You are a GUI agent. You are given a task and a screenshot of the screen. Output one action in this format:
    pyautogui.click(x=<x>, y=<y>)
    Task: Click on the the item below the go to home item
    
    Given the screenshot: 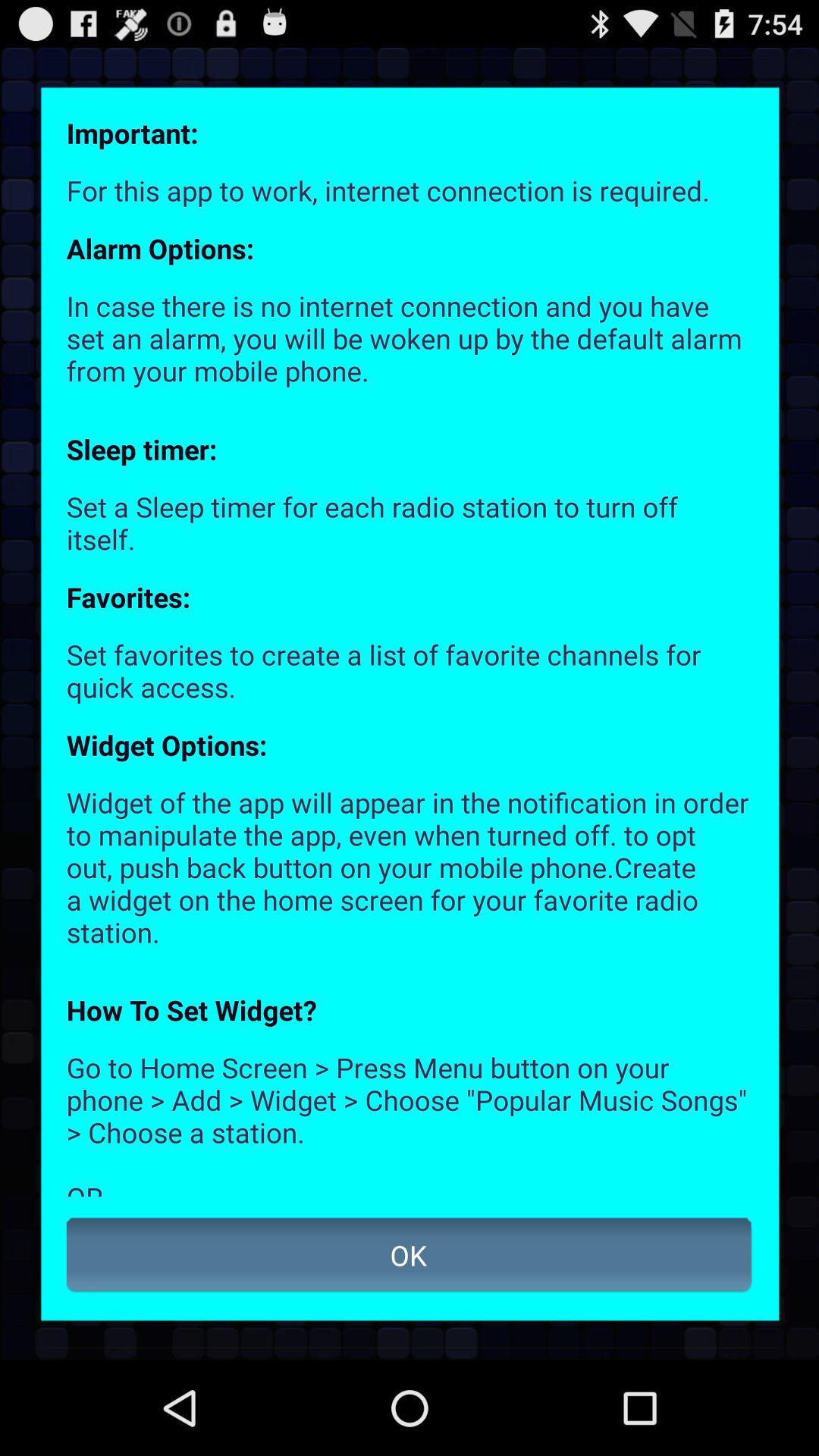 What is the action you would take?
    pyautogui.click(x=409, y=1255)
    